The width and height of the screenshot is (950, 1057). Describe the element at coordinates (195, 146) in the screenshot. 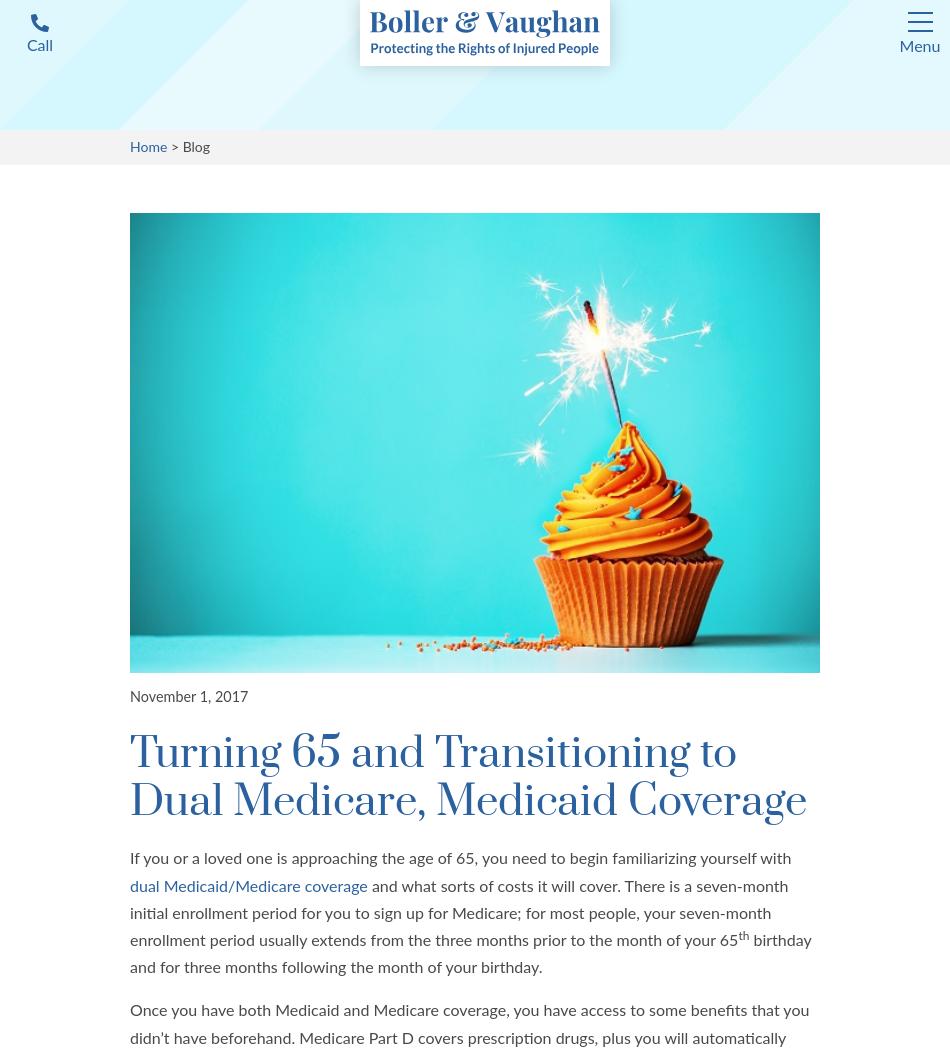

I see `'Blog'` at that location.